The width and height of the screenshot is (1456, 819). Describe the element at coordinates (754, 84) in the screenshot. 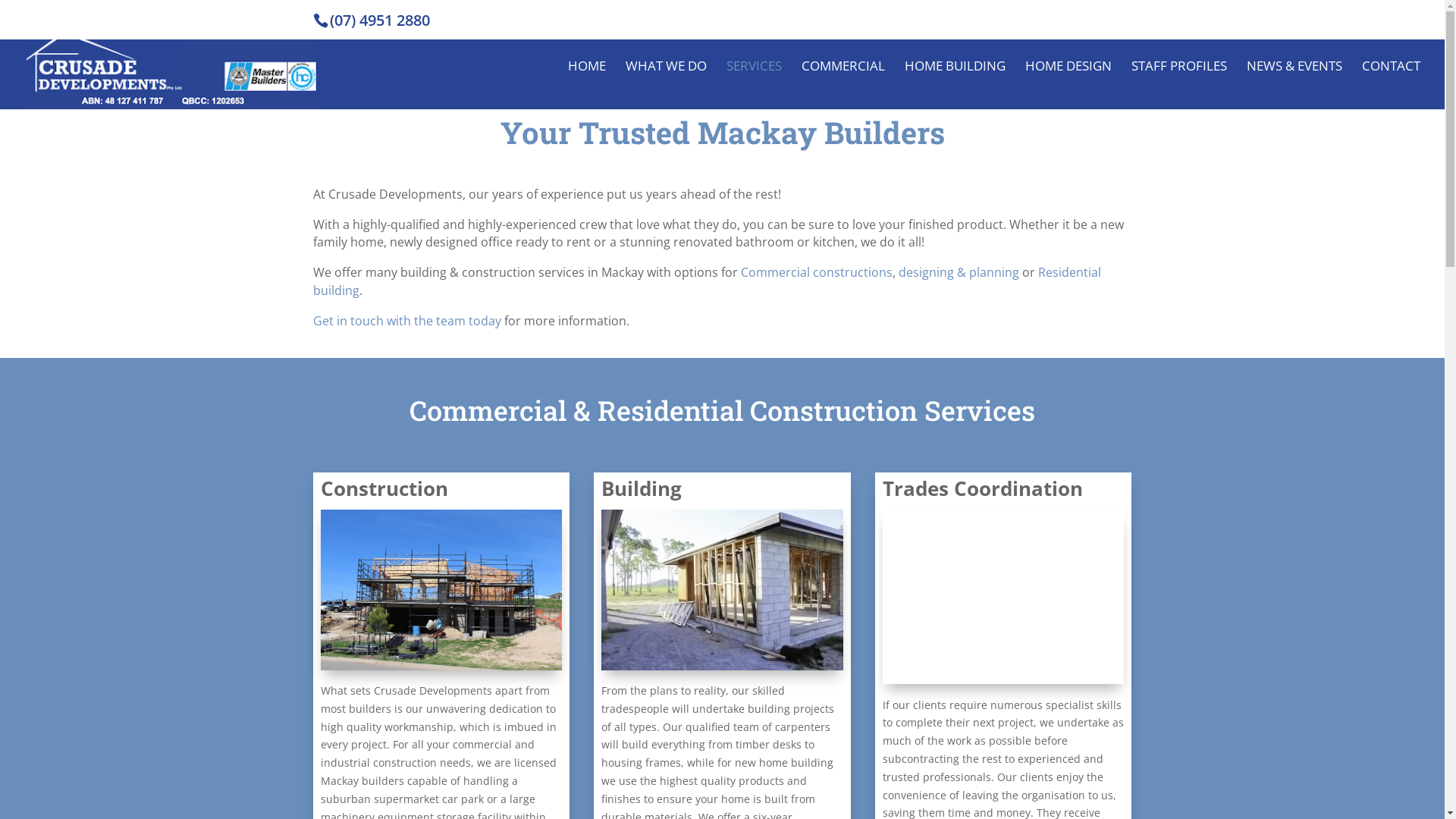

I see `'SERVICES'` at that location.